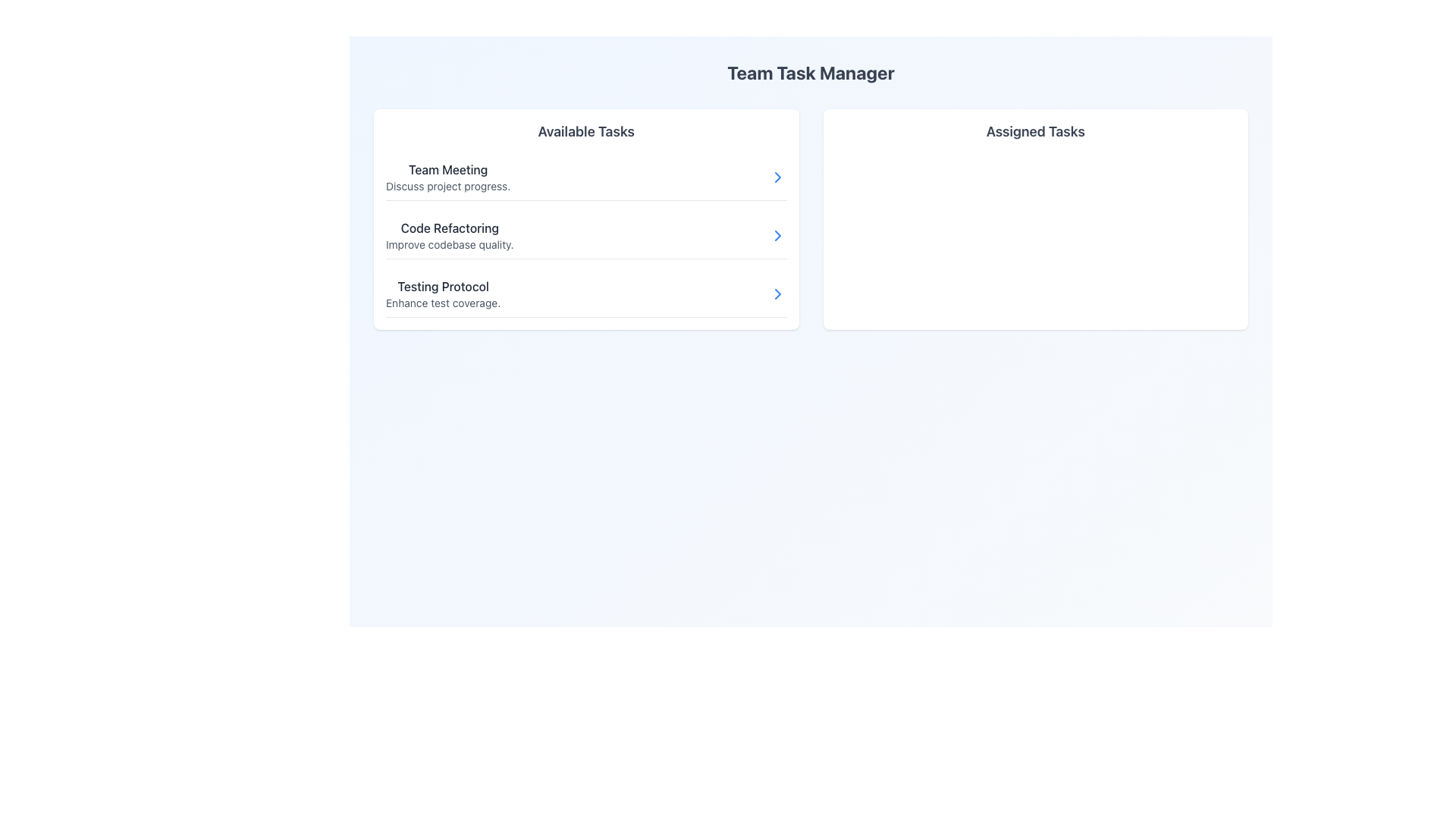  Describe the element at coordinates (449, 236) in the screenshot. I see `the 'Code Refactoring' text display in the 'Available Tasks' section` at that location.